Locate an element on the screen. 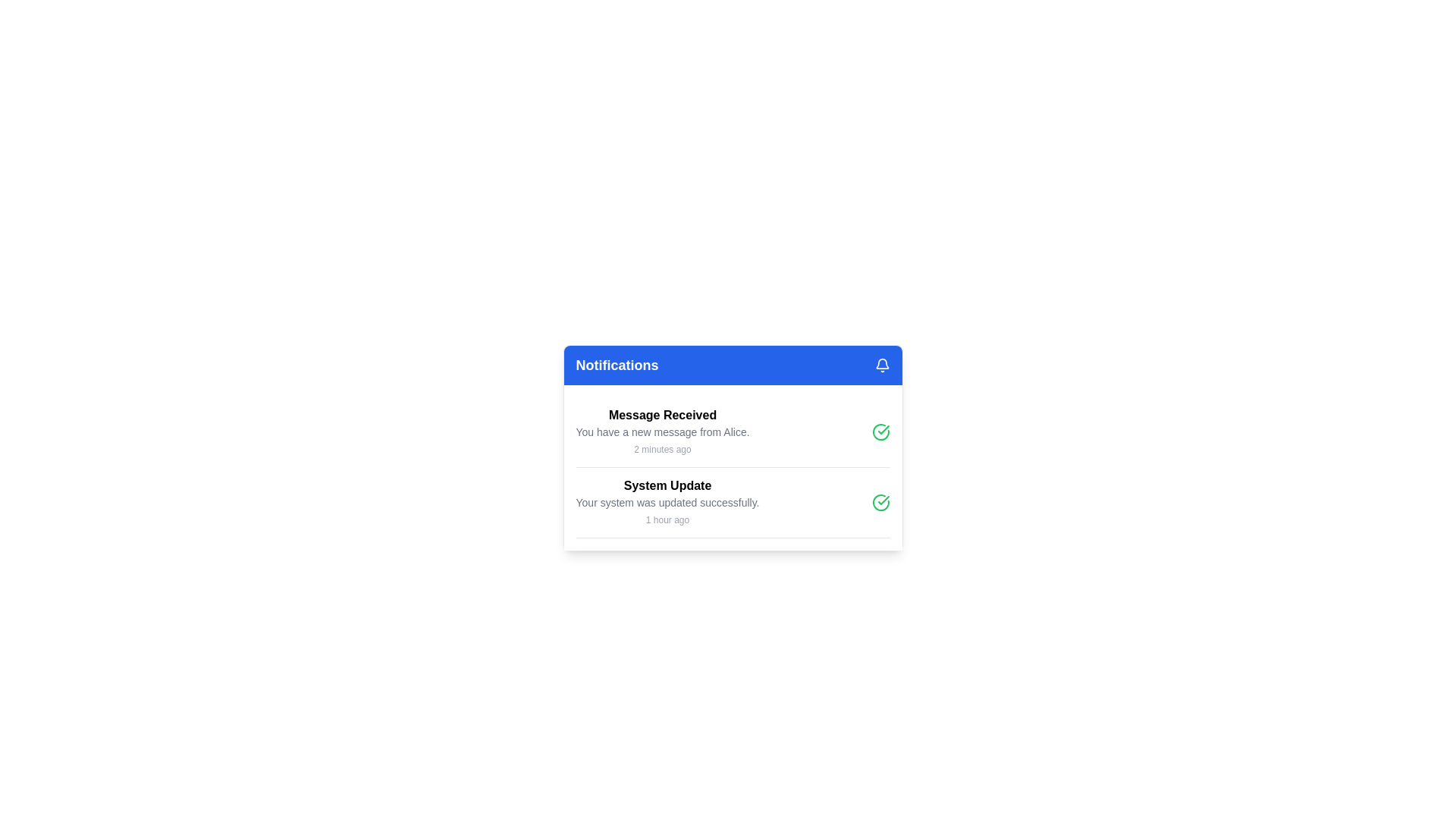  timestamp text displayed in the small text label that shows '1 hour ago' at the bottom-right of the notification entry is located at coordinates (667, 519).